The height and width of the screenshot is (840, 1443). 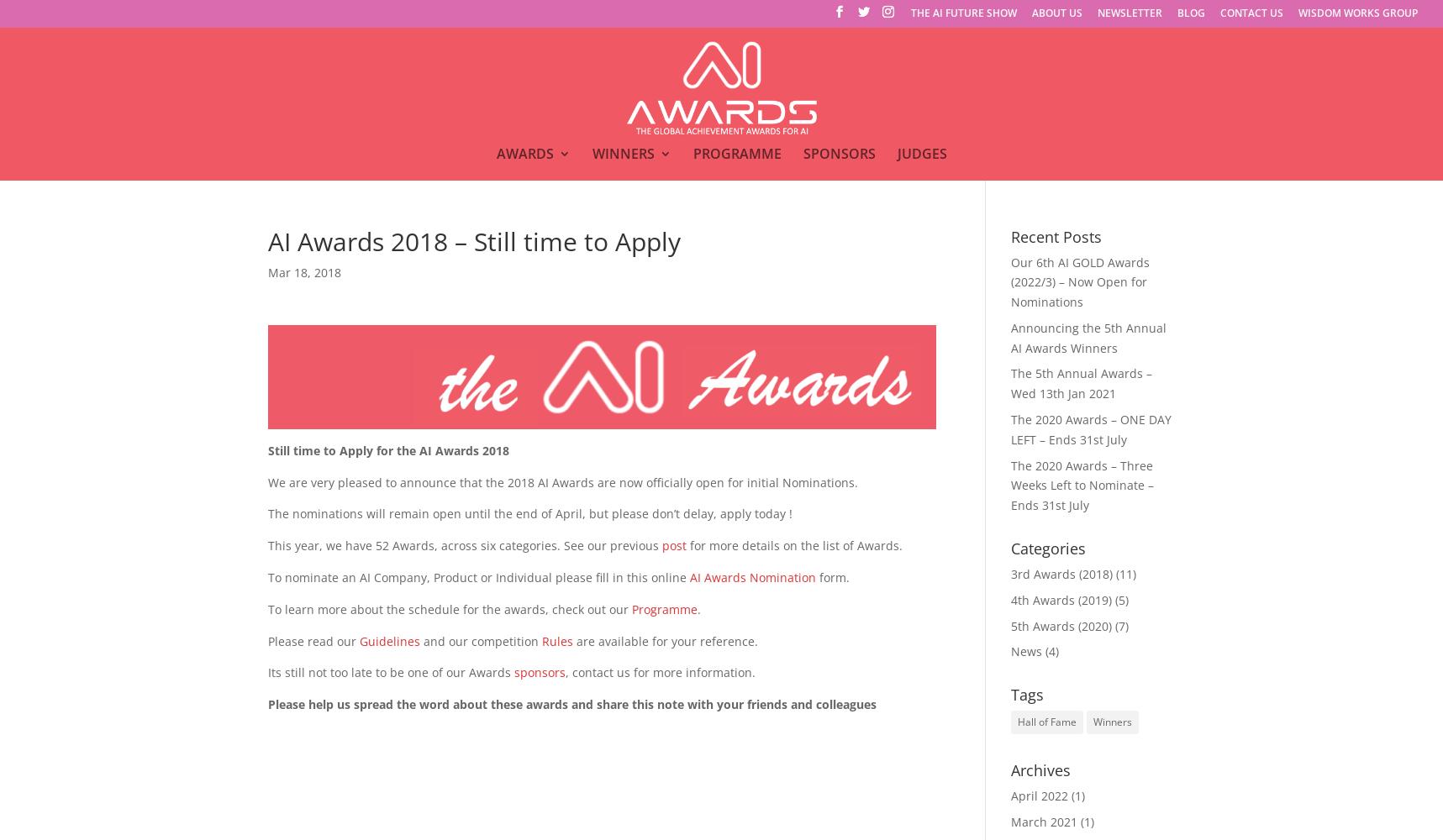 I want to click on '(4)', so click(x=1050, y=651).